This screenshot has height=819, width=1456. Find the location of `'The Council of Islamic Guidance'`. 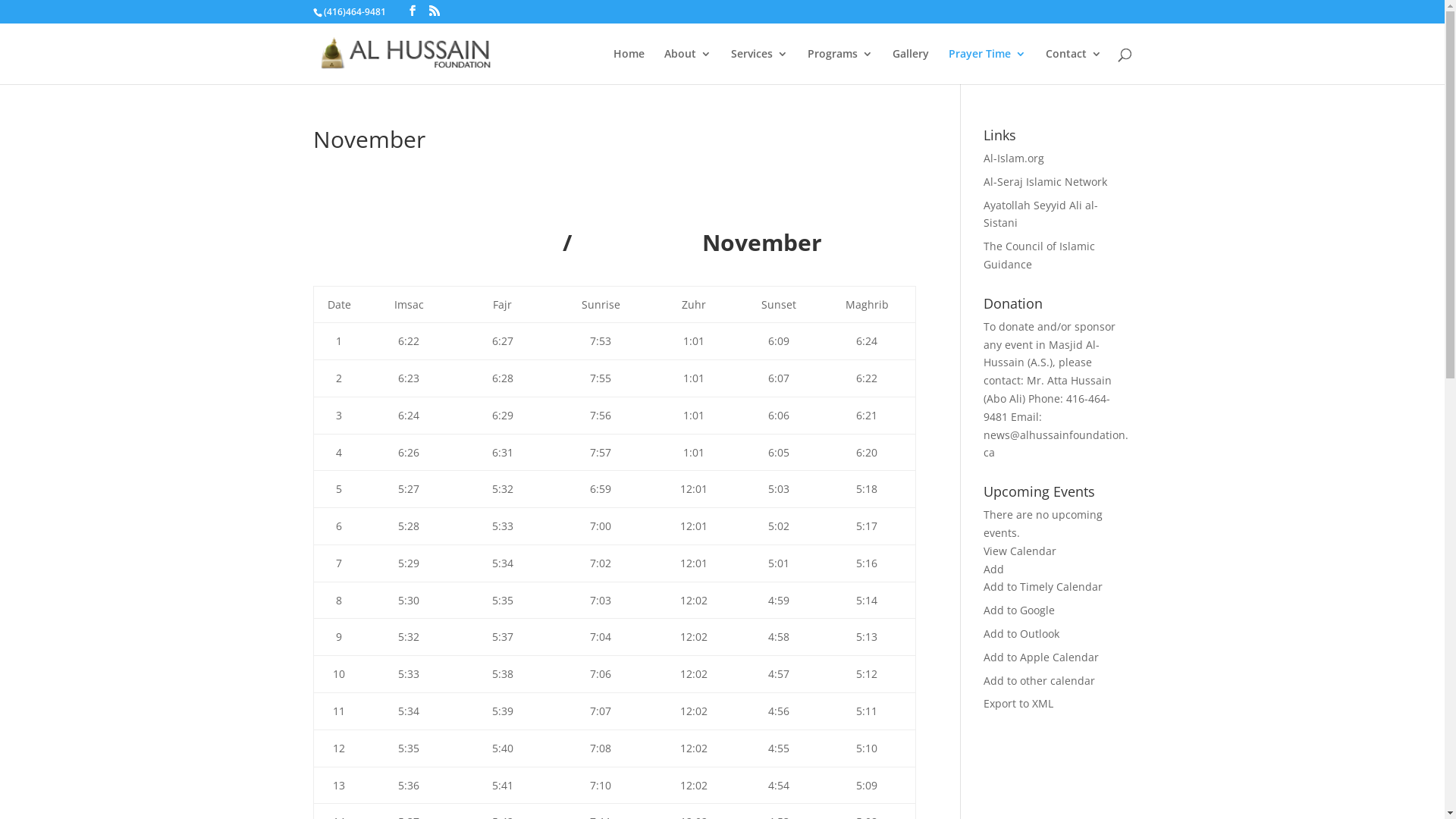

'The Council of Islamic Guidance' is located at coordinates (1038, 254).